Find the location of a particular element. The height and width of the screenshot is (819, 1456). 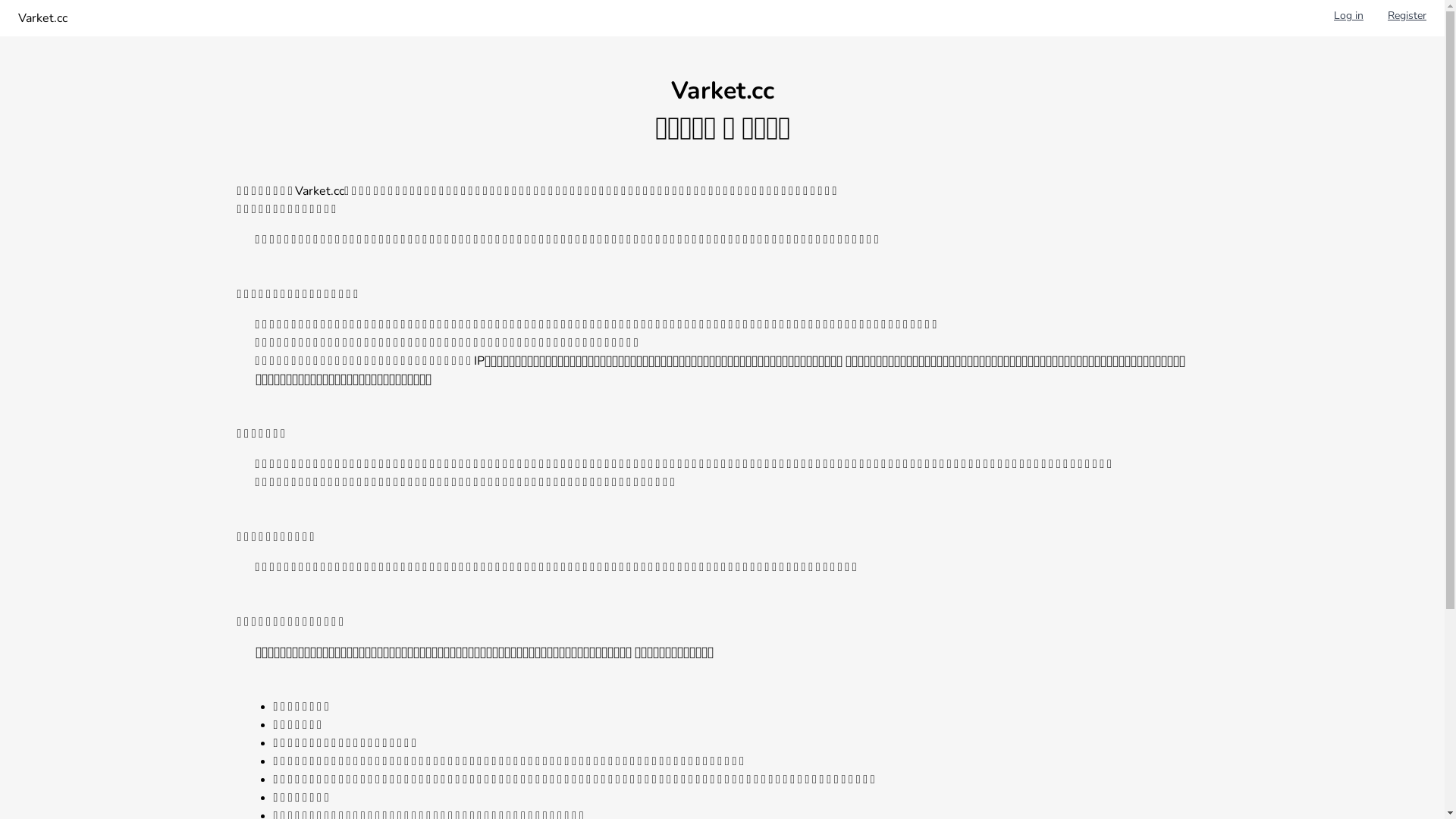

'Varket.cc' is located at coordinates (42, 17).